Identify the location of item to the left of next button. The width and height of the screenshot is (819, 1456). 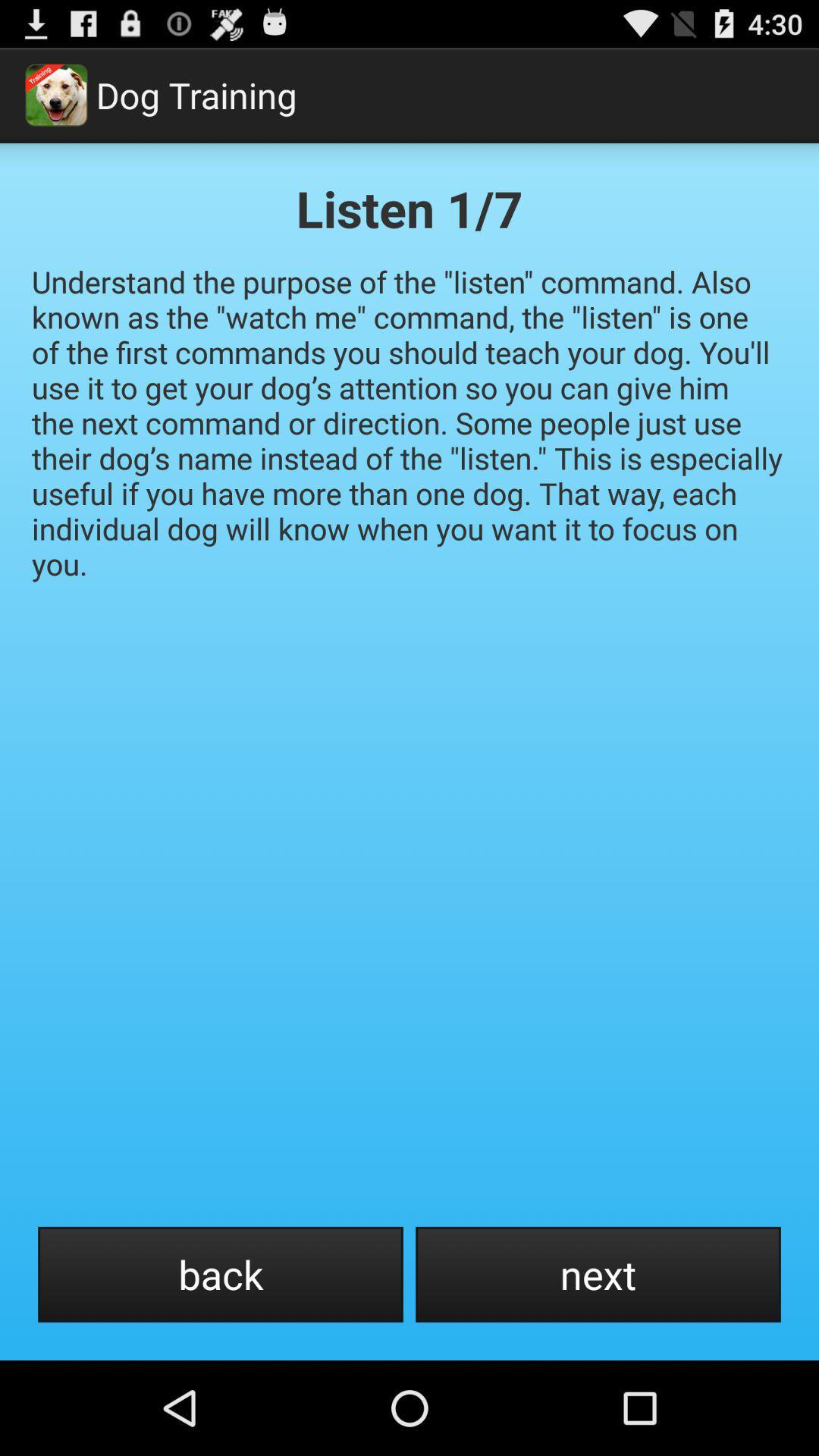
(220, 1274).